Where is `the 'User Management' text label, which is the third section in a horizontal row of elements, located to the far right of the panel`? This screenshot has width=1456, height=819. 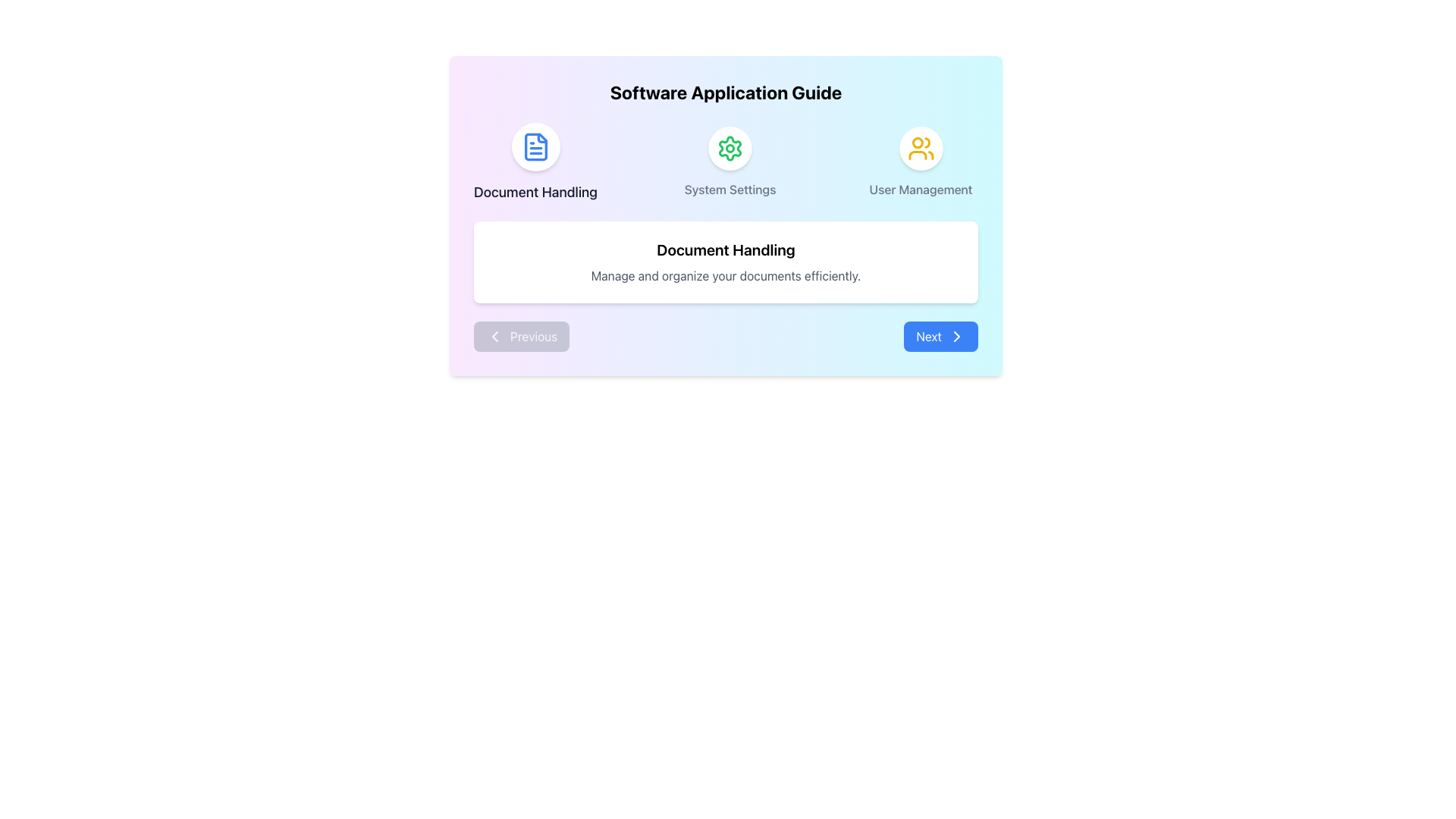 the 'User Management' text label, which is the third section in a horizontal row of elements, located to the far right of the panel is located at coordinates (920, 189).